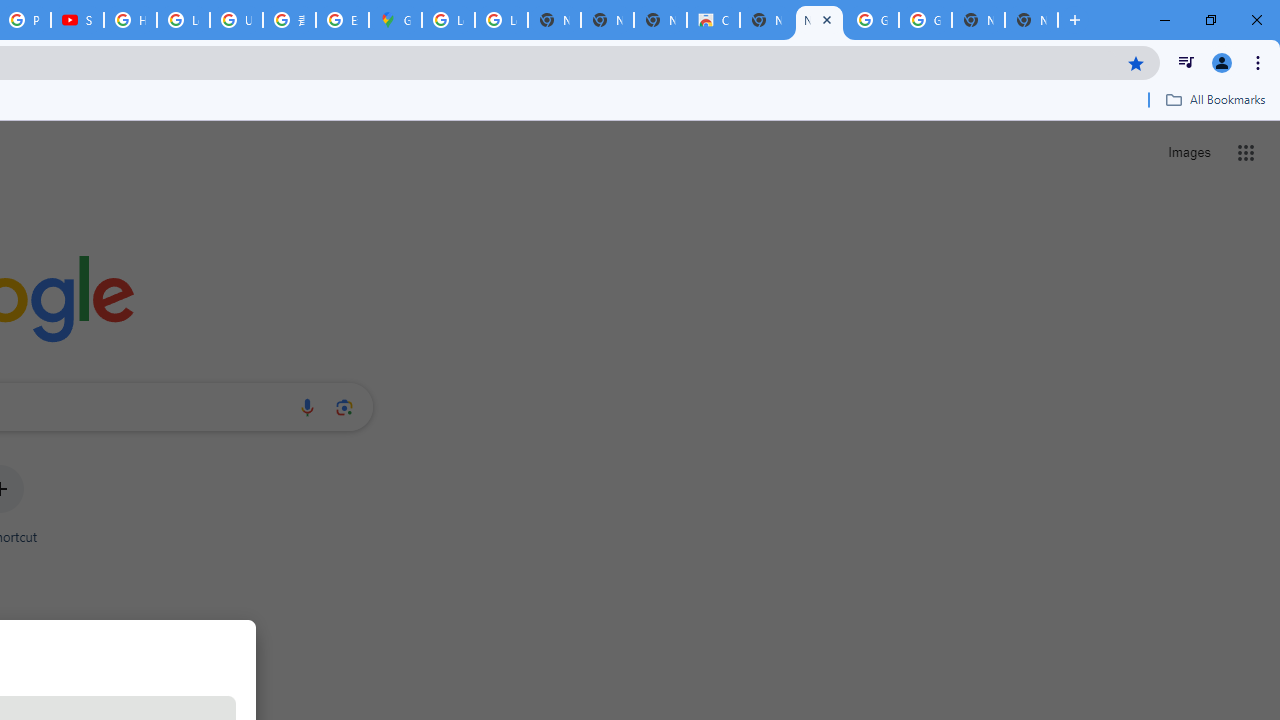 Image resolution: width=1280 pixels, height=720 pixels. What do you see at coordinates (342, 20) in the screenshot?
I see `'Explore new street-level details - Google Maps Help'` at bounding box center [342, 20].